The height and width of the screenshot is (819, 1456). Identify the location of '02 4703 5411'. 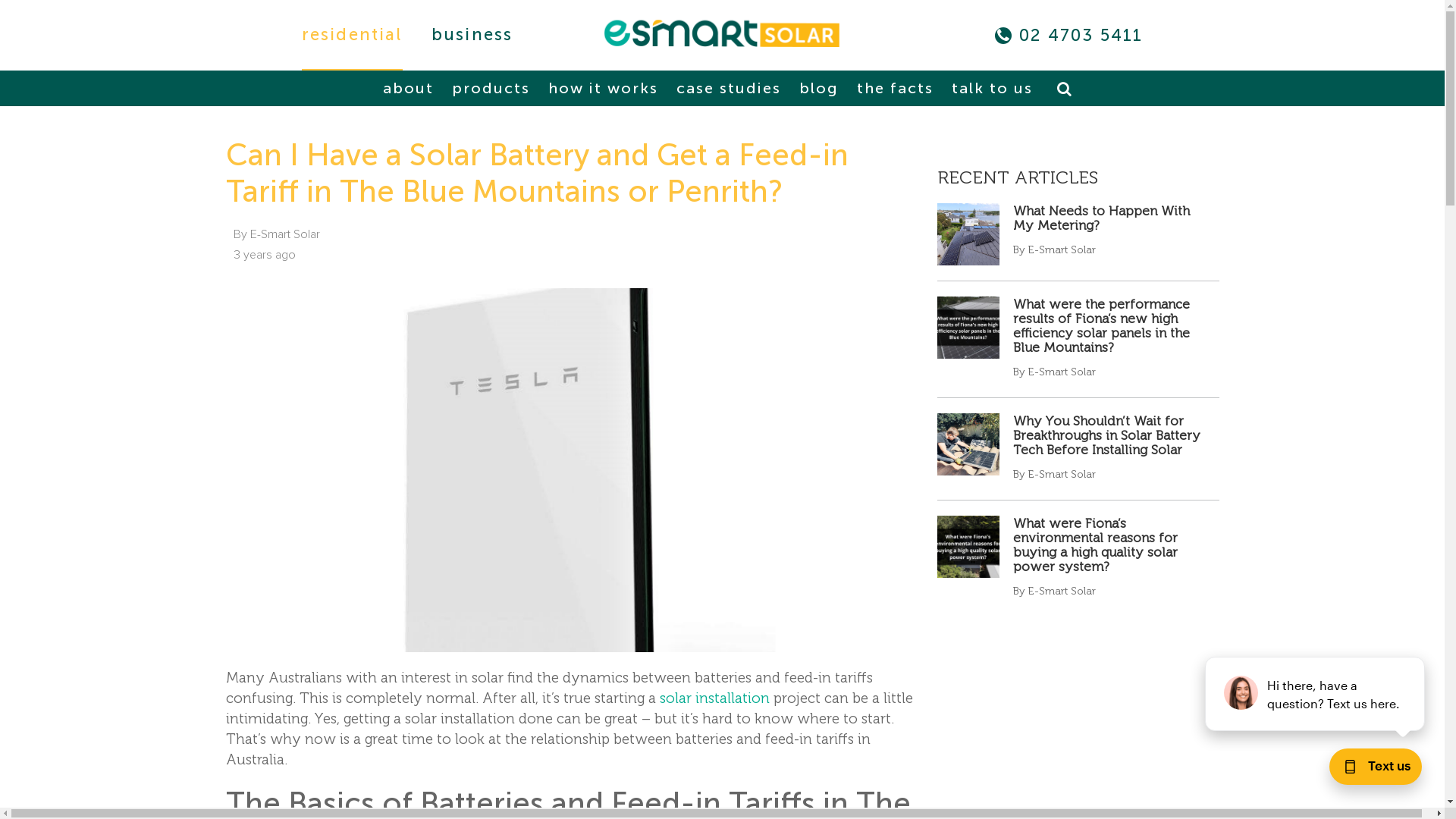
(1080, 34).